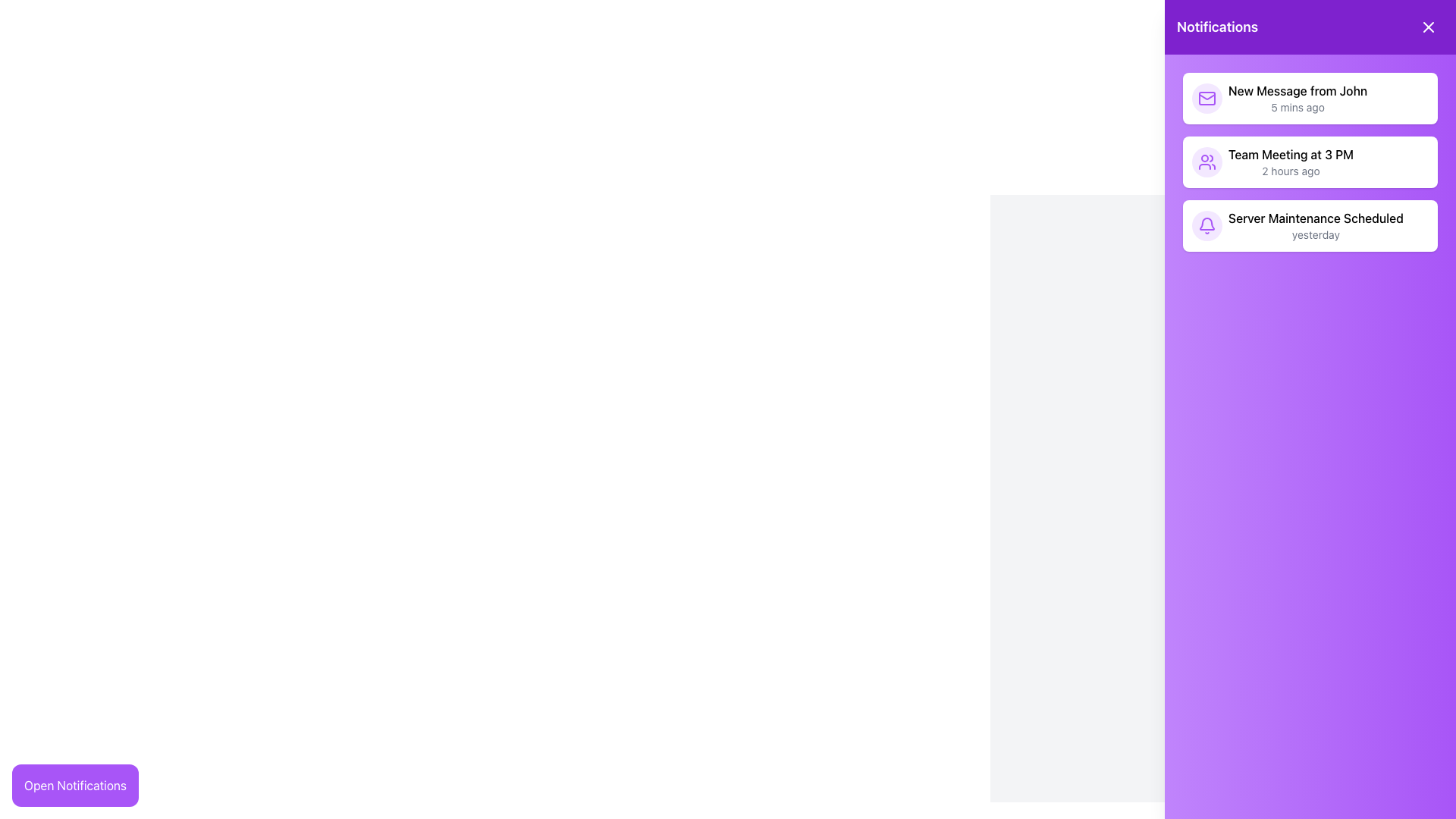  What do you see at coordinates (1427, 27) in the screenshot?
I see `the close button (decorative close icon) located at the top-right corner of the notification panel's title bar` at bounding box center [1427, 27].